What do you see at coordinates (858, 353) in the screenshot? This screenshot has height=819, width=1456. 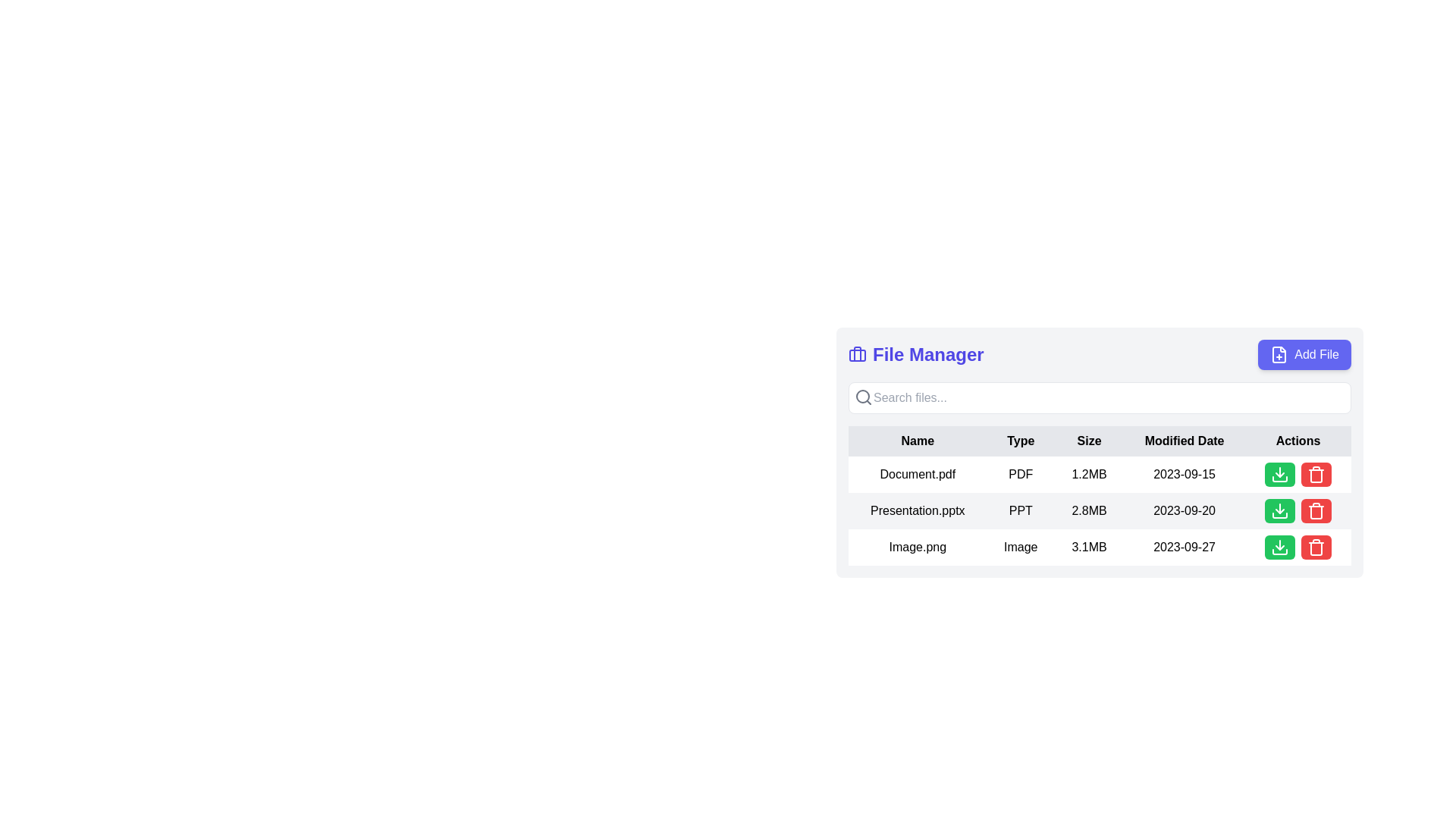 I see `the left segment of the briefcase icon, which is a vertical rectangle forming the handle of the icon located in the upper left corner of the sidebar` at bounding box center [858, 353].